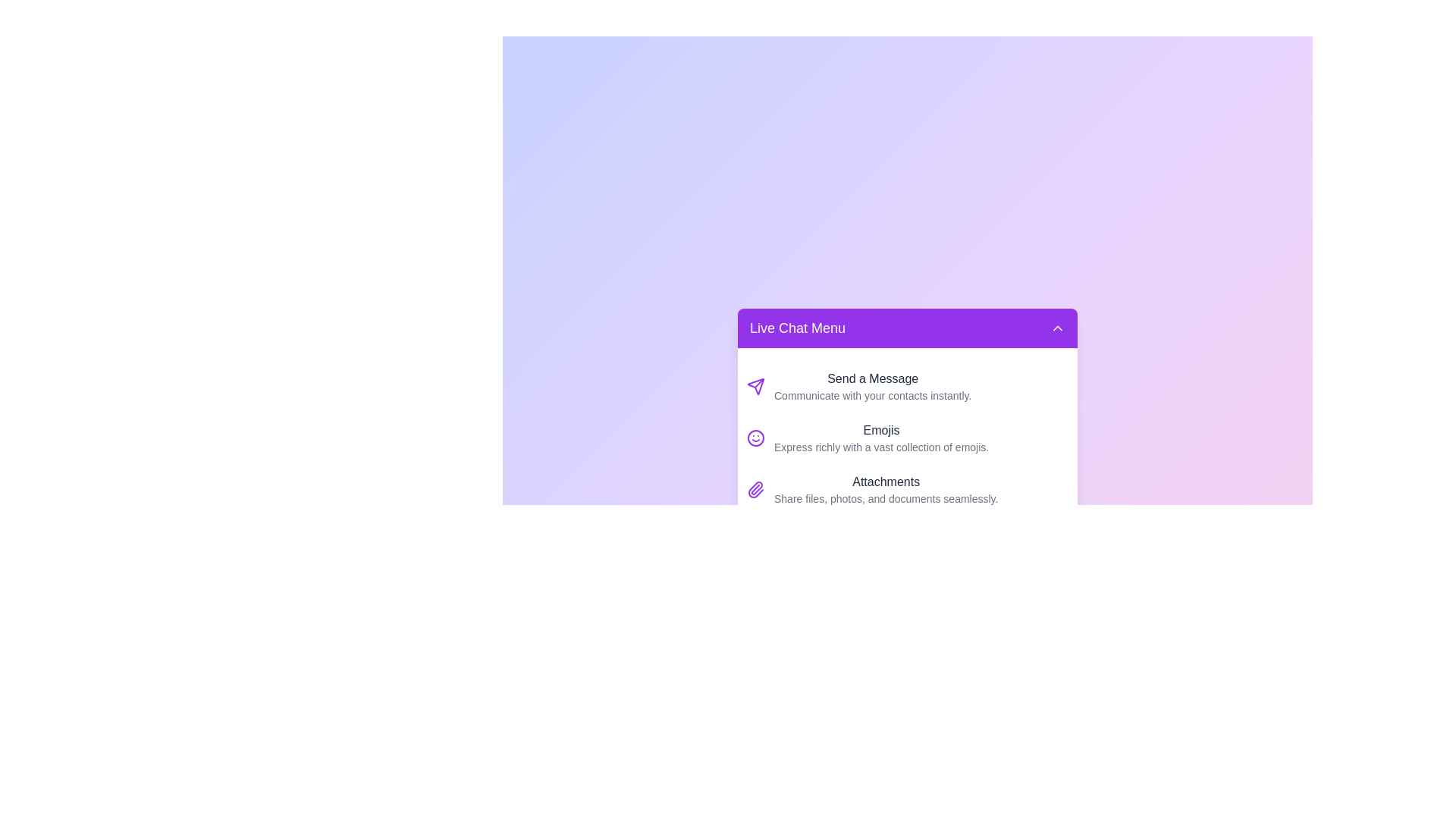  I want to click on the menu item corresponding to Attachments, so click(907, 489).